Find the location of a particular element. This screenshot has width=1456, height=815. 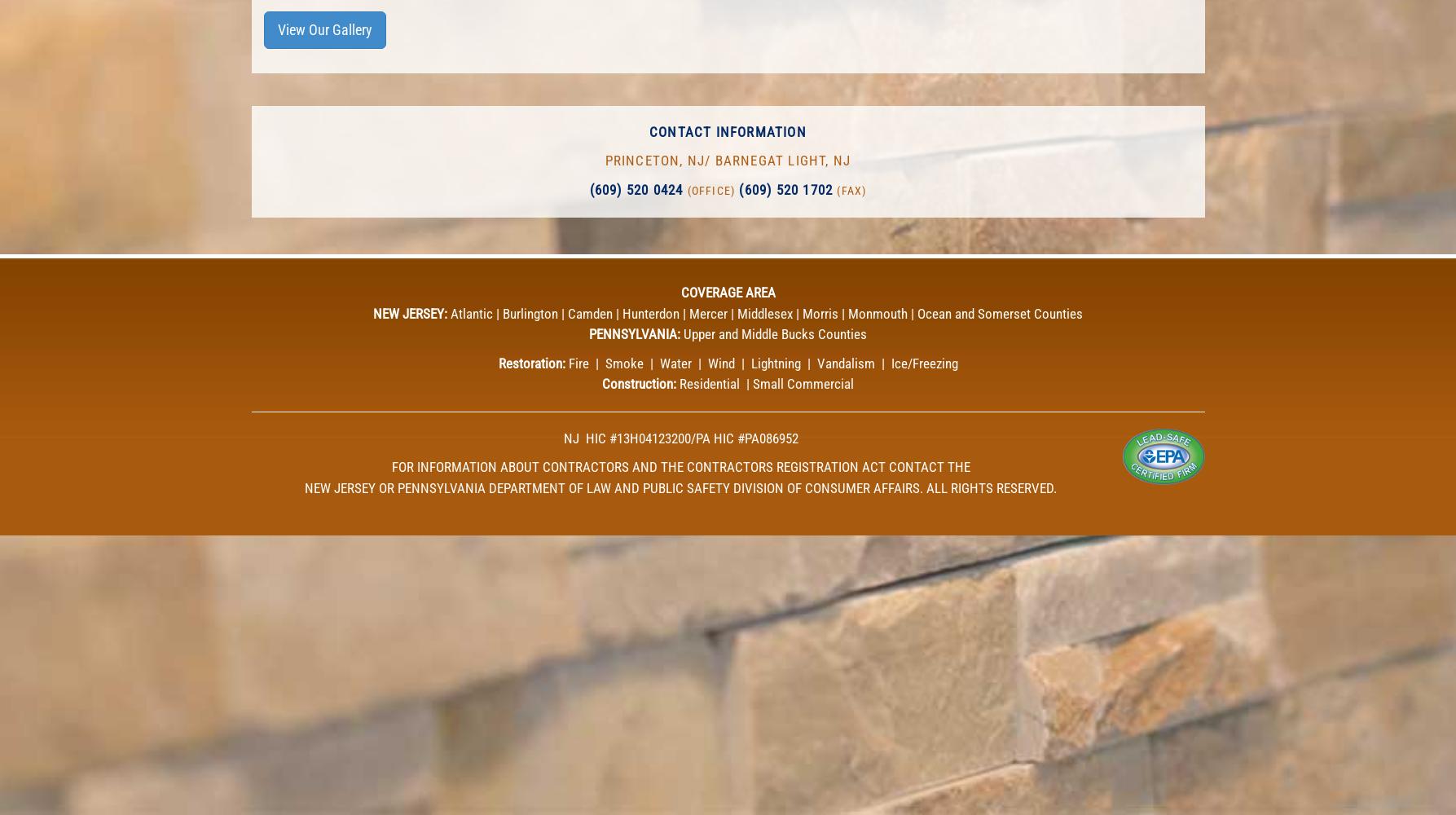

'Restoration:' is located at coordinates (530, 362).